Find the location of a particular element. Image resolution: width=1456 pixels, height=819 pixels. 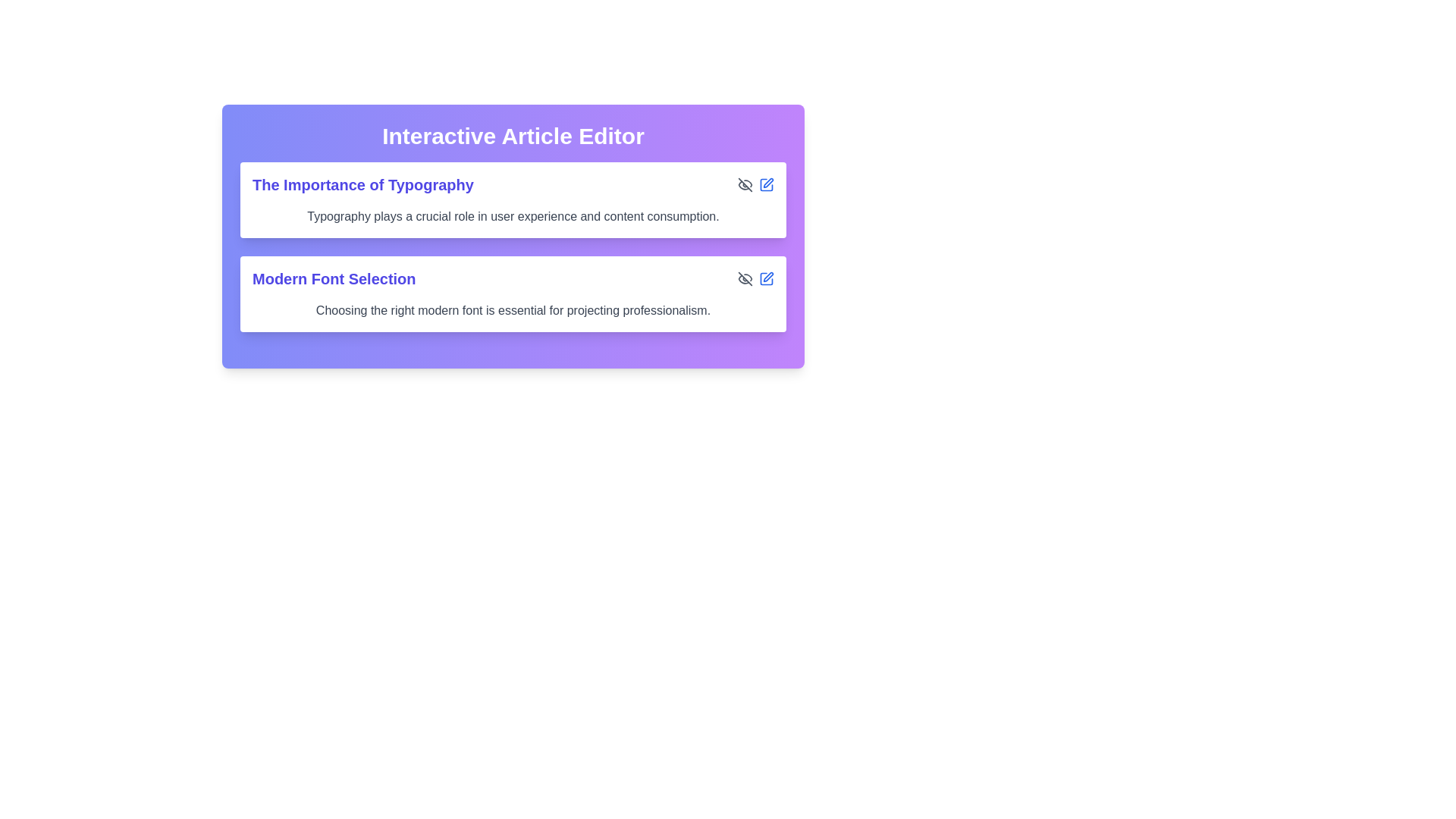

the square icon with a pen overlay located in the top-right corner of the first article card, which is the leftmost icon in the second icon group is located at coordinates (767, 184).